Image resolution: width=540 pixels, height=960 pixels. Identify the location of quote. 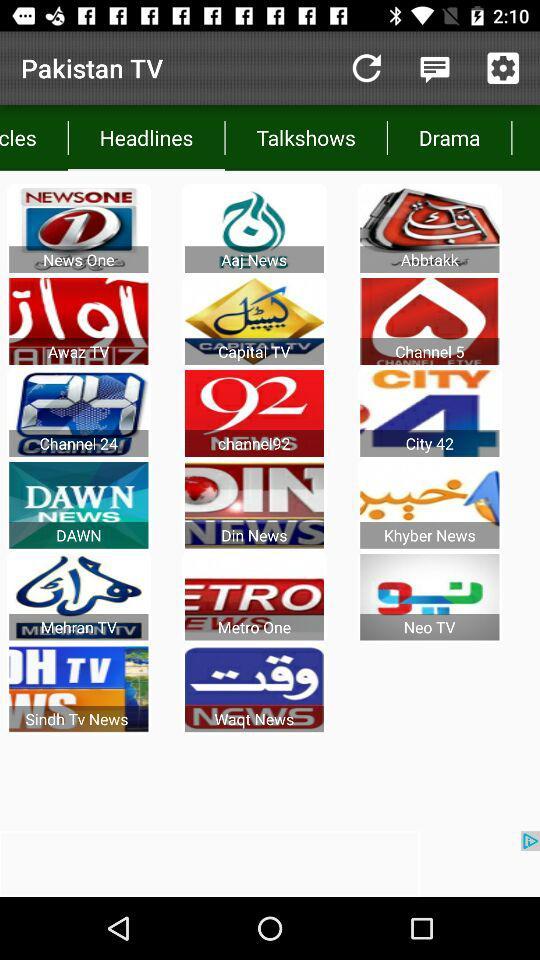
(434, 68).